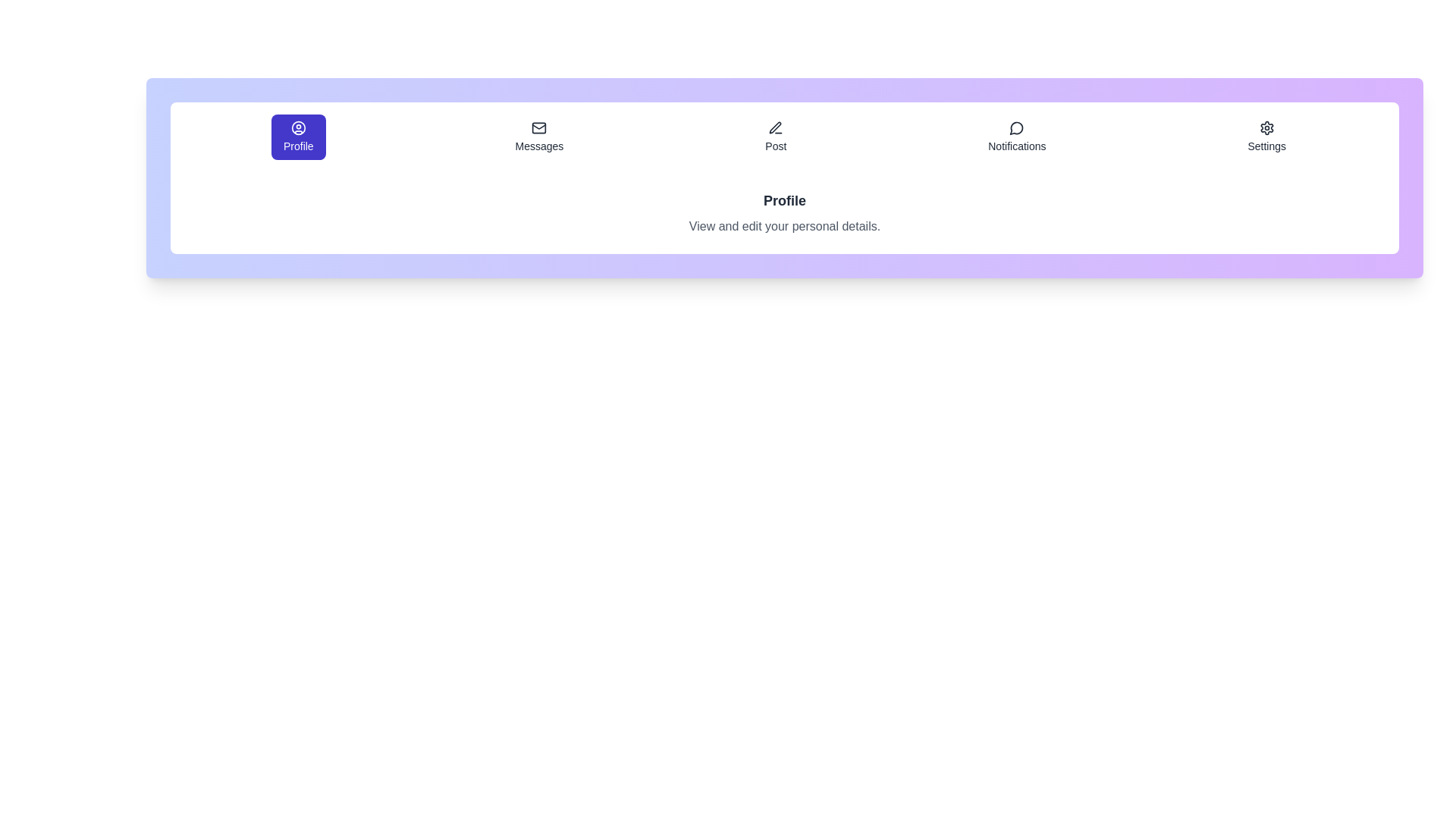 This screenshot has height=819, width=1456. I want to click on the tab labeled Messages to preview its interaction effect, so click(539, 137).